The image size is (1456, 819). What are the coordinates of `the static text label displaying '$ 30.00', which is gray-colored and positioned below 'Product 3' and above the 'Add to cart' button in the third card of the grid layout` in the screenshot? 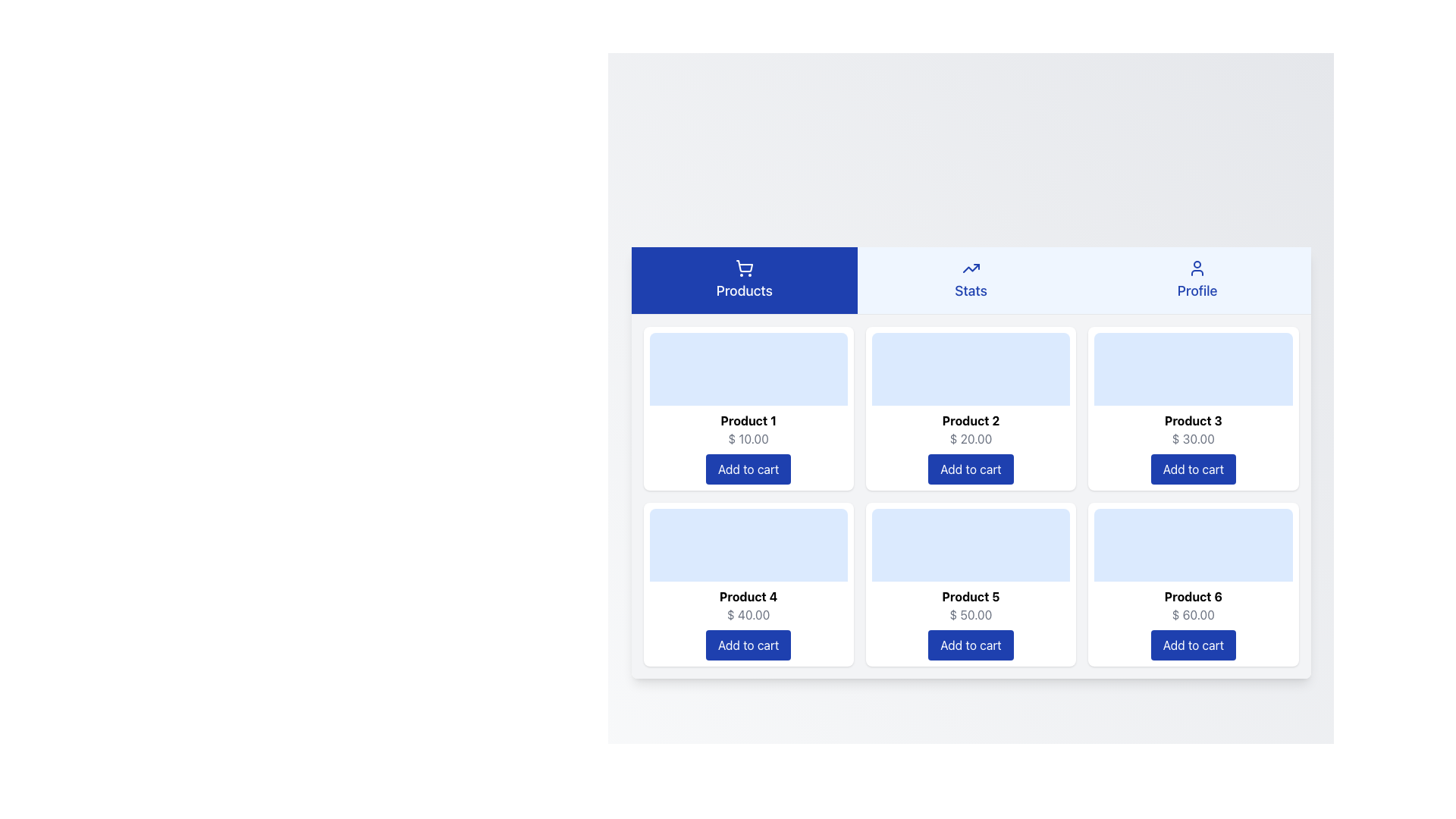 It's located at (1192, 438).